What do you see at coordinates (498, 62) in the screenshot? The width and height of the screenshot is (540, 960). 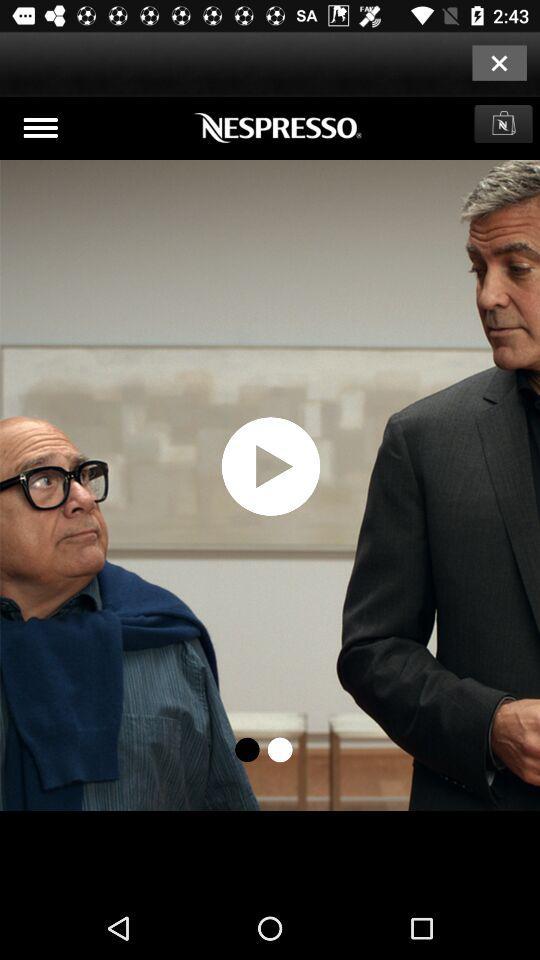 I see `close` at bounding box center [498, 62].